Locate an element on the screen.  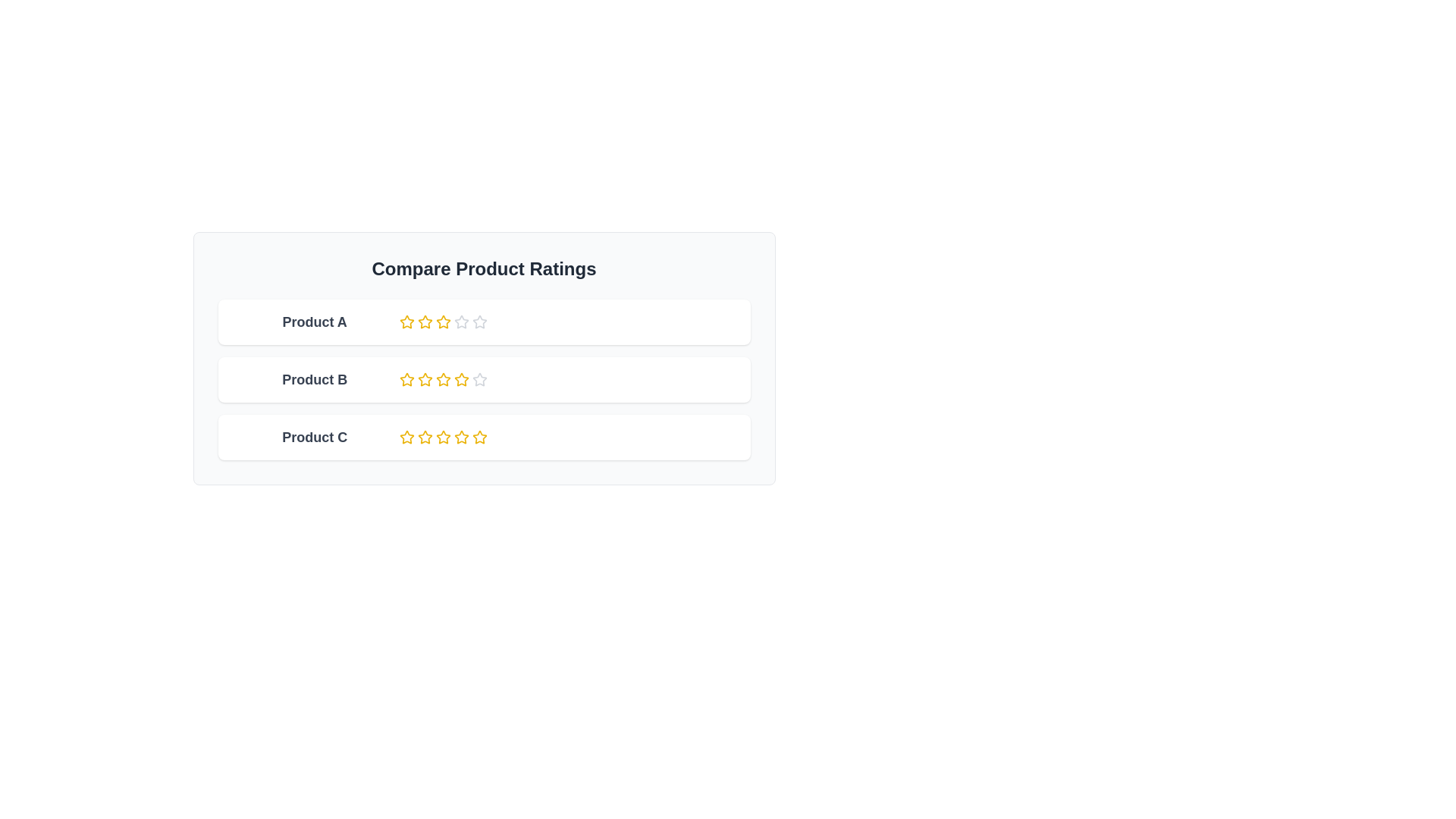
text content of the bold and large-sized text label that reads 'Product B', which is styled in dark gray and positioned as the second item in a vertical list of product entries is located at coordinates (314, 379).